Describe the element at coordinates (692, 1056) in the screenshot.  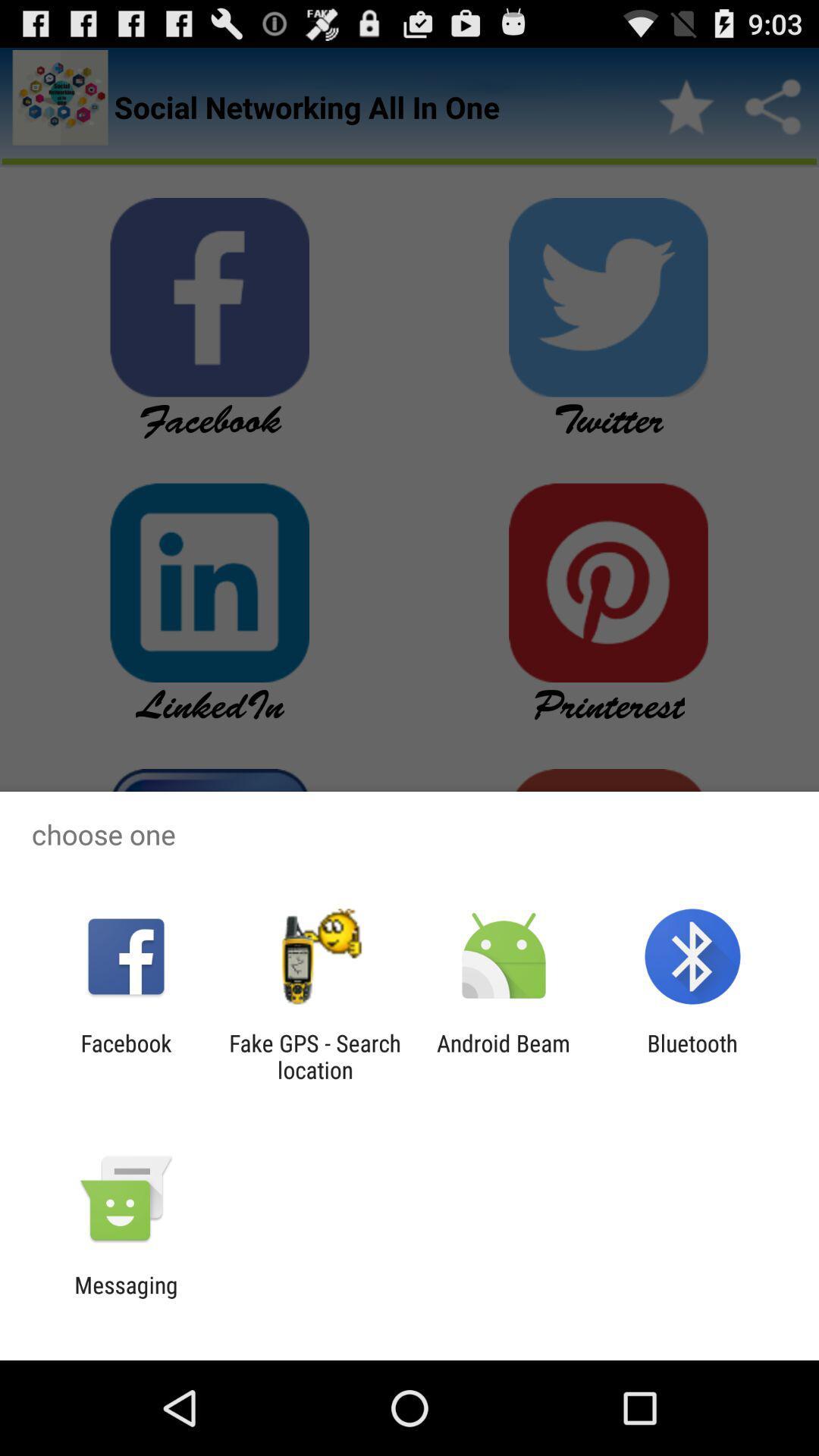
I see `the icon next to android beam item` at that location.